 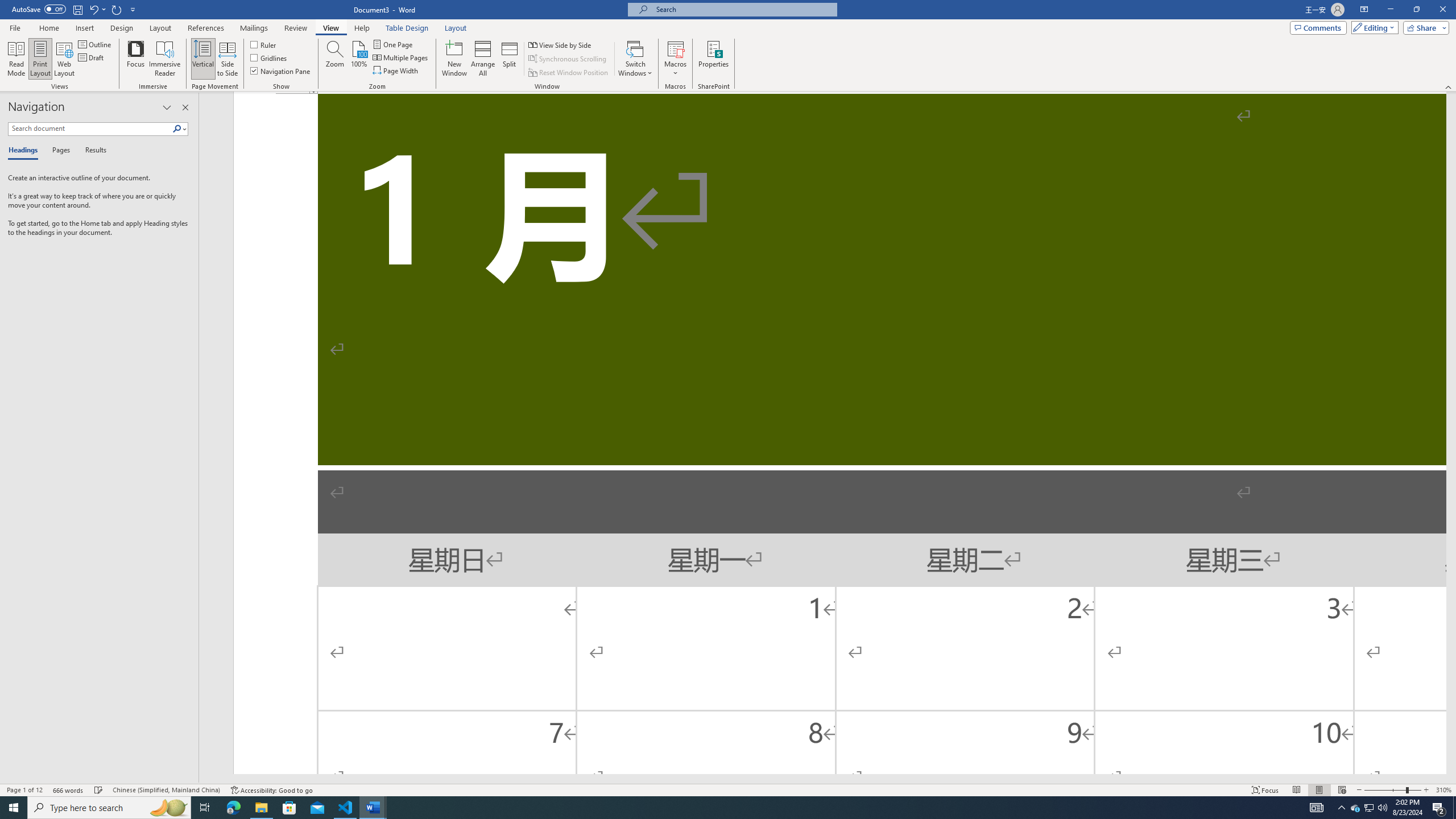 What do you see at coordinates (1384, 790) in the screenshot?
I see `'Zoom Out'` at bounding box center [1384, 790].